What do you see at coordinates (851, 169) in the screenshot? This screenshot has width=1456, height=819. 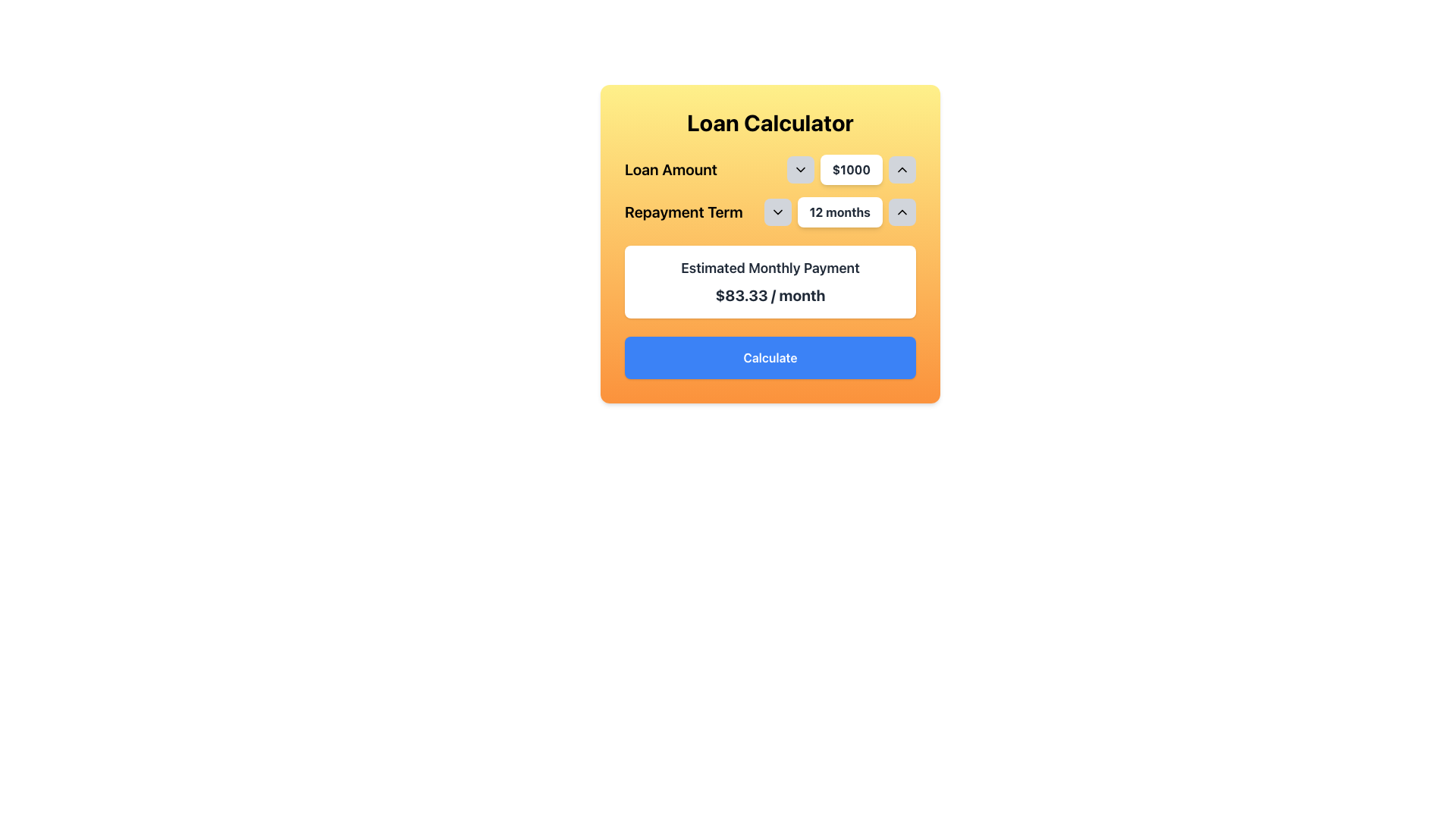 I see `the static text display showing '$1000' that is styled with a bold font and contained within a white rounded rectangular box` at bounding box center [851, 169].